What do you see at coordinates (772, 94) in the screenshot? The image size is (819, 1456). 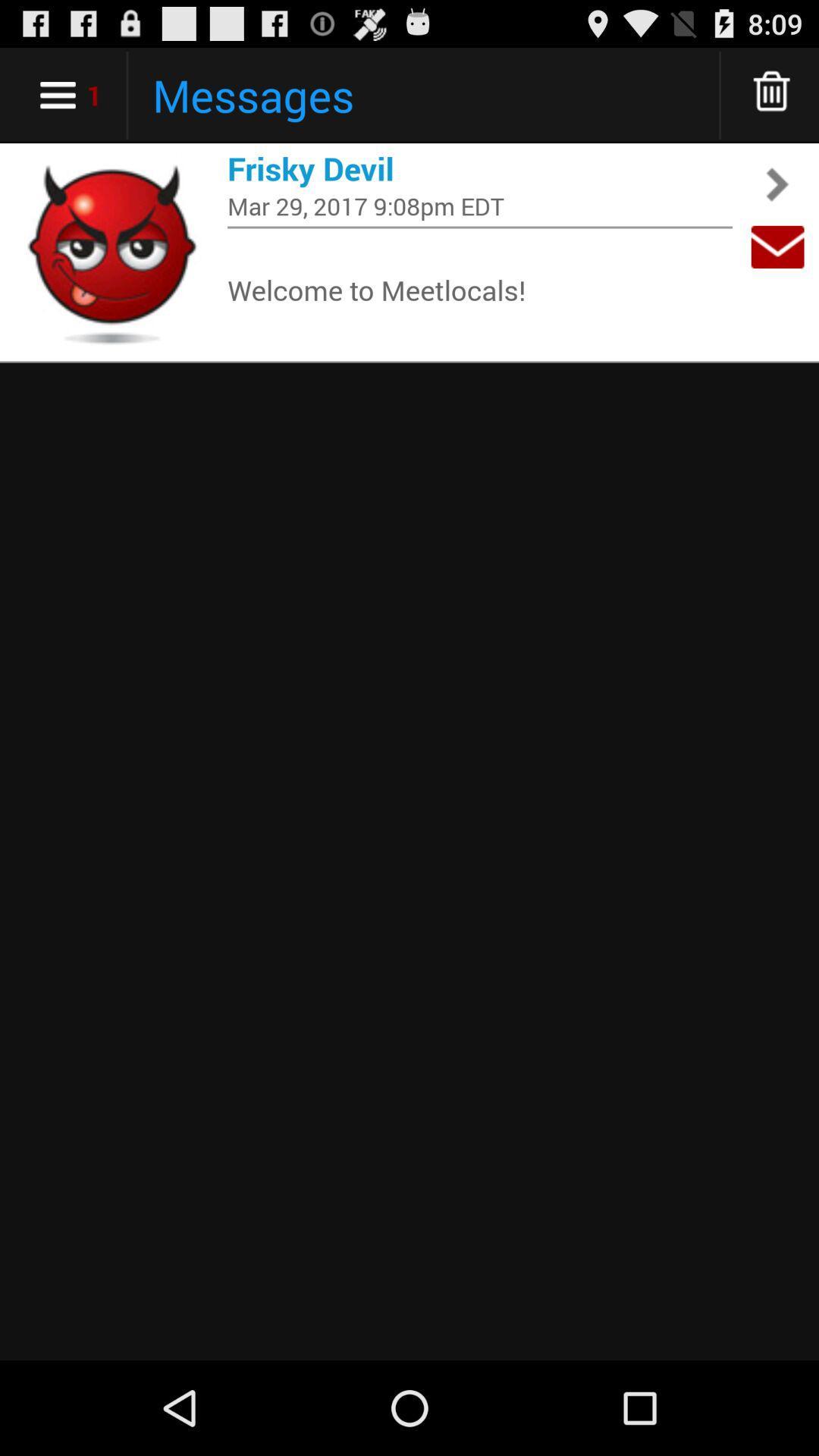 I see `delete this message` at bounding box center [772, 94].